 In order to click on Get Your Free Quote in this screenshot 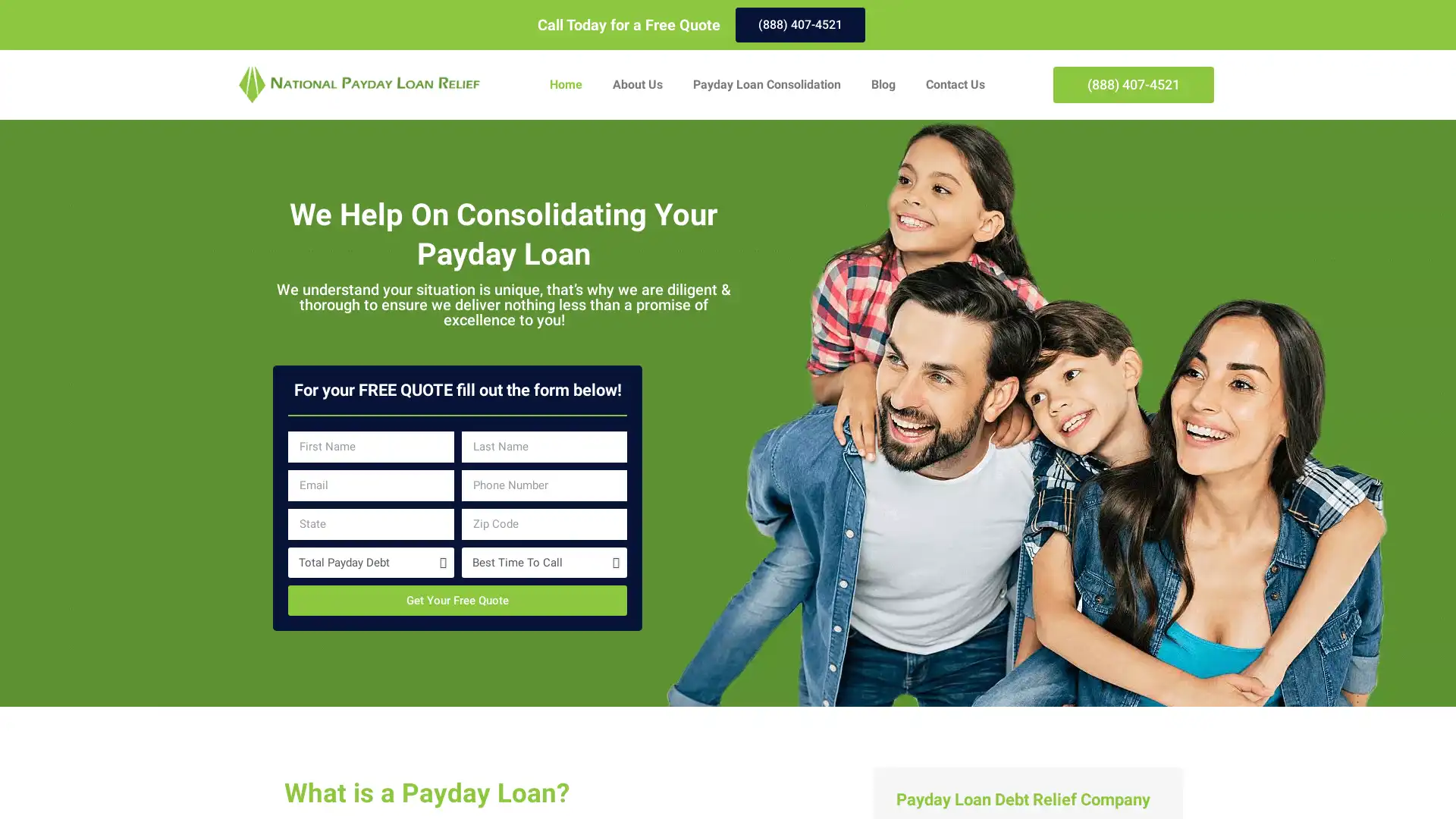, I will do `click(457, 599)`.